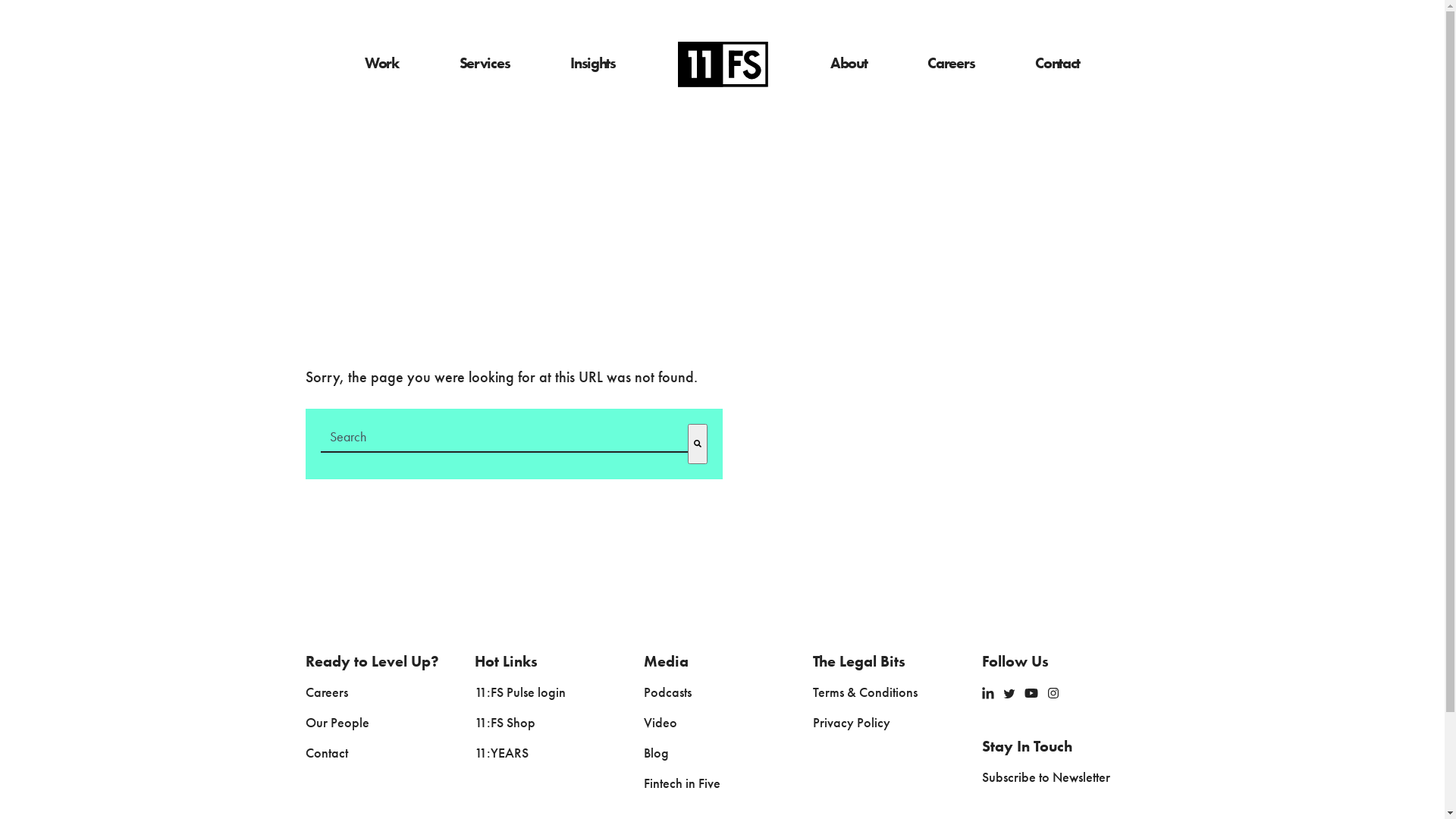  What do you see at coordinates (1052, 692) in the screenshot?
I see `'Instagram'` at bounding box center [1052, 692].